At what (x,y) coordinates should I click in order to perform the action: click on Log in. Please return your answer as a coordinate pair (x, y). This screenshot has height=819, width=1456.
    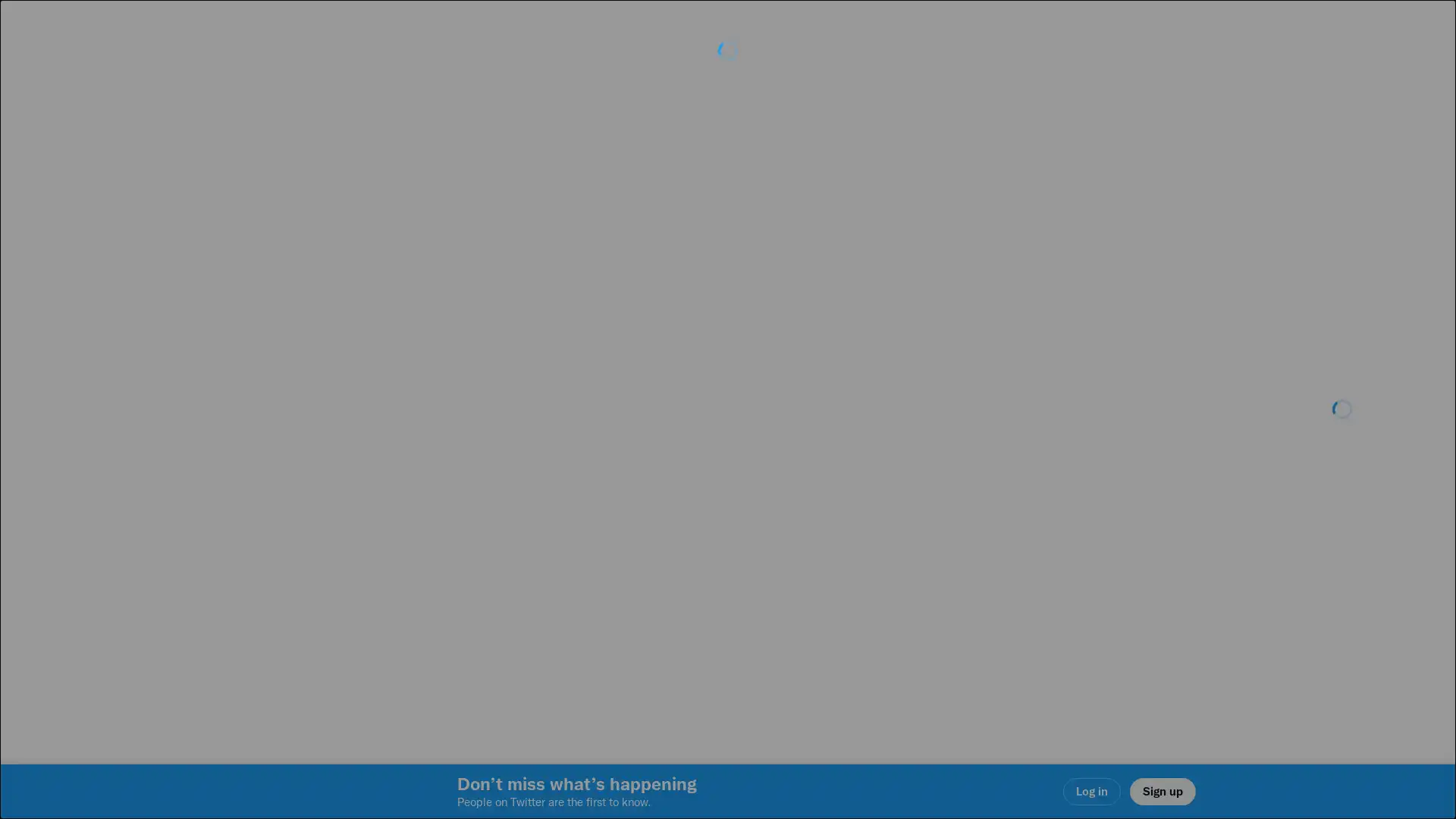
    Looking at the image, I should click on (910, 516).